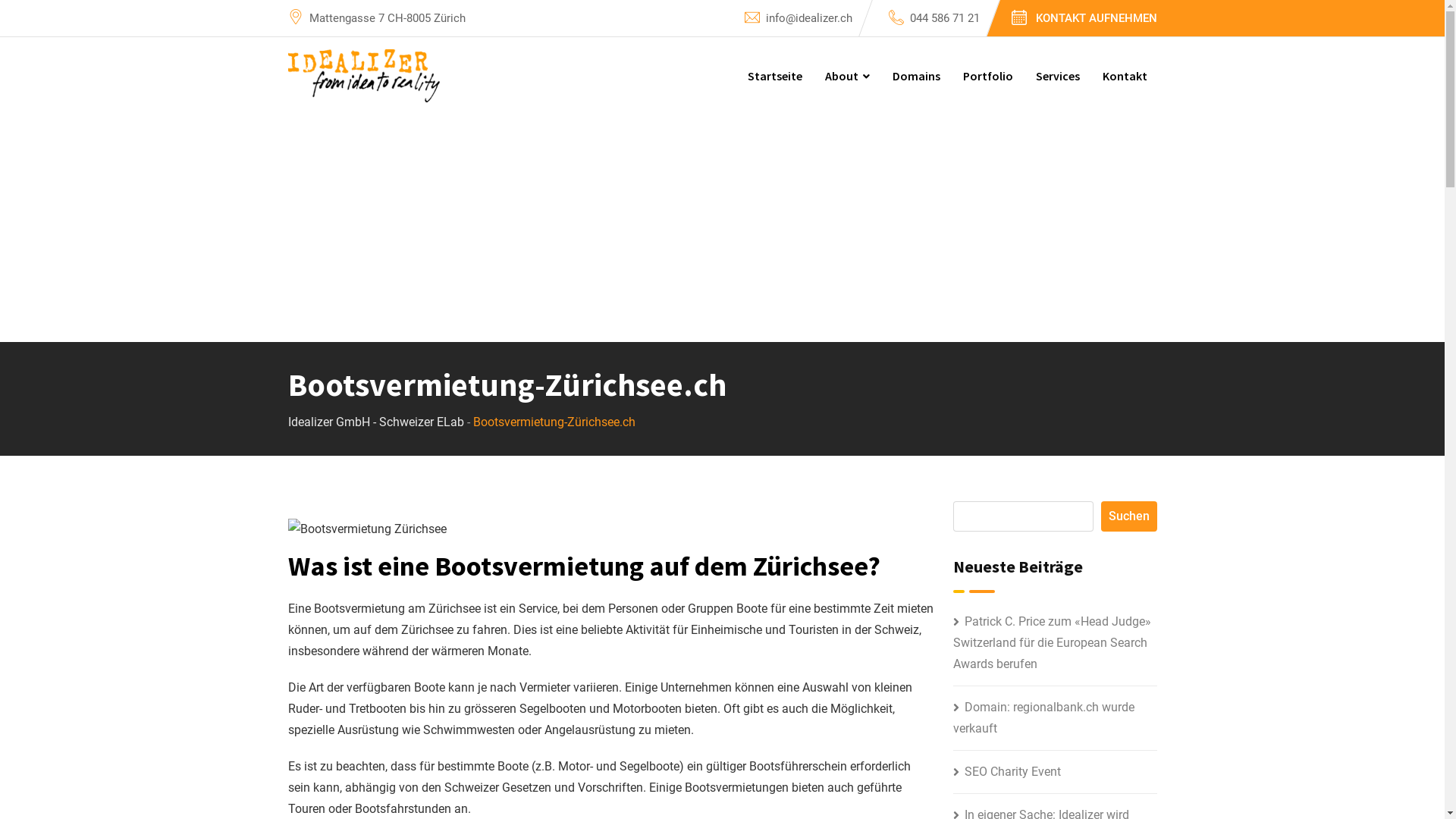 This screenshot has width=1456, height=819. Describe the element at coordinates (1056, 76) in the screenshot. I see `'Services'` at that location.